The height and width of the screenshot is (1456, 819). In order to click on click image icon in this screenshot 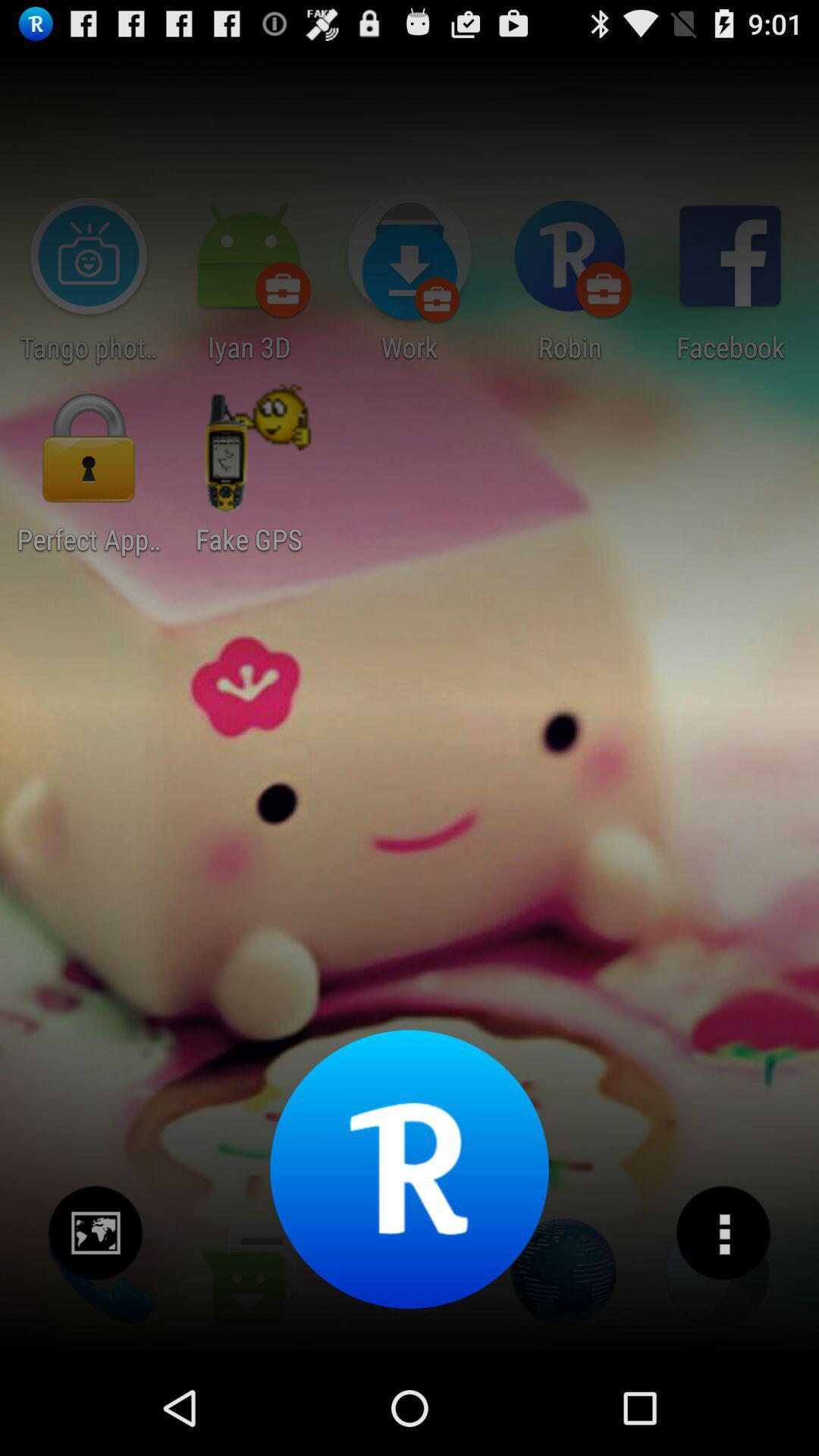, I will do `click(96, 1233)`.